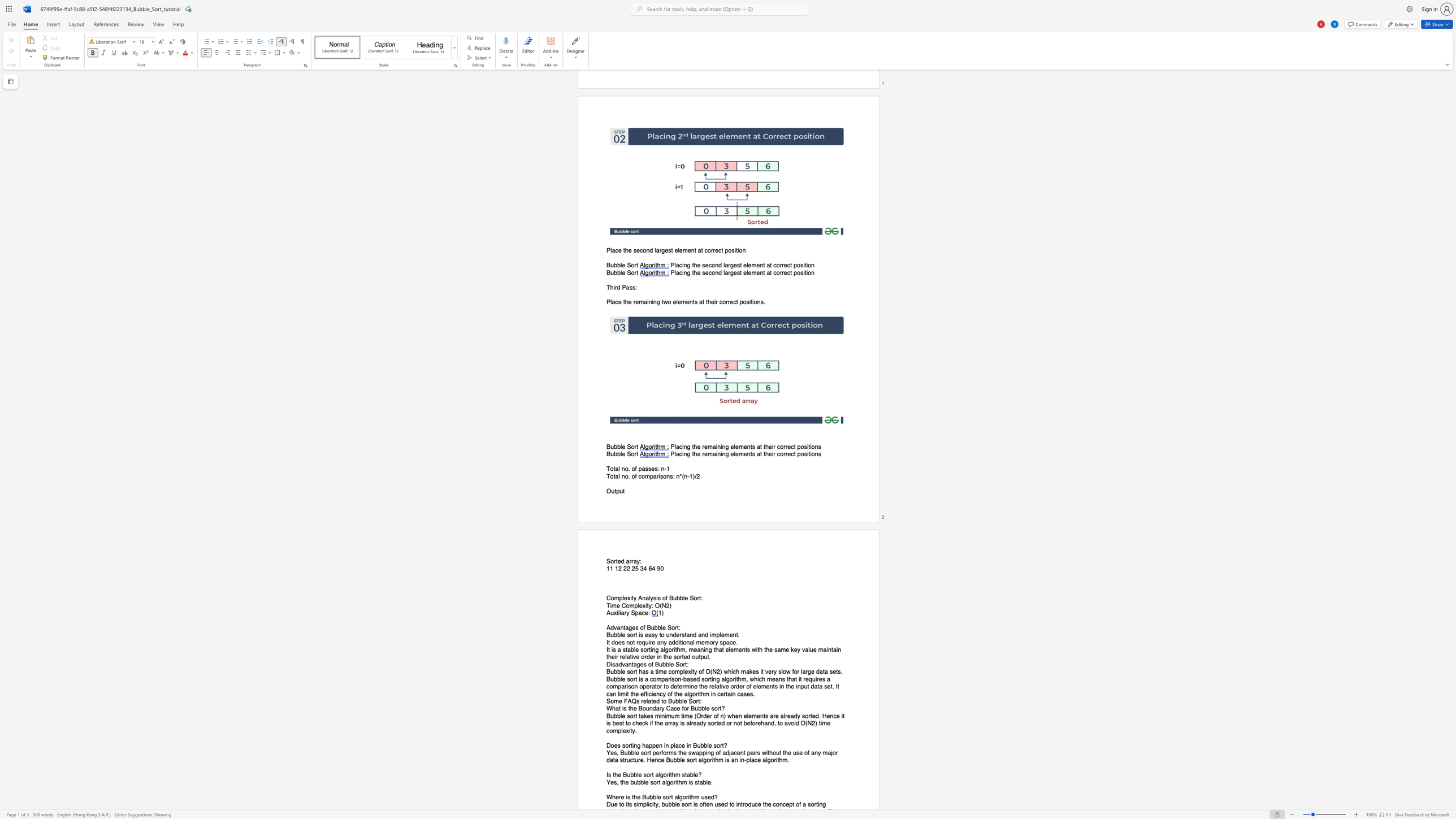 This screenshot has height=819, width=1456. I want to click on the subset text "ve order" within the text "their relative order in the sorted output.", so click(632, 657).